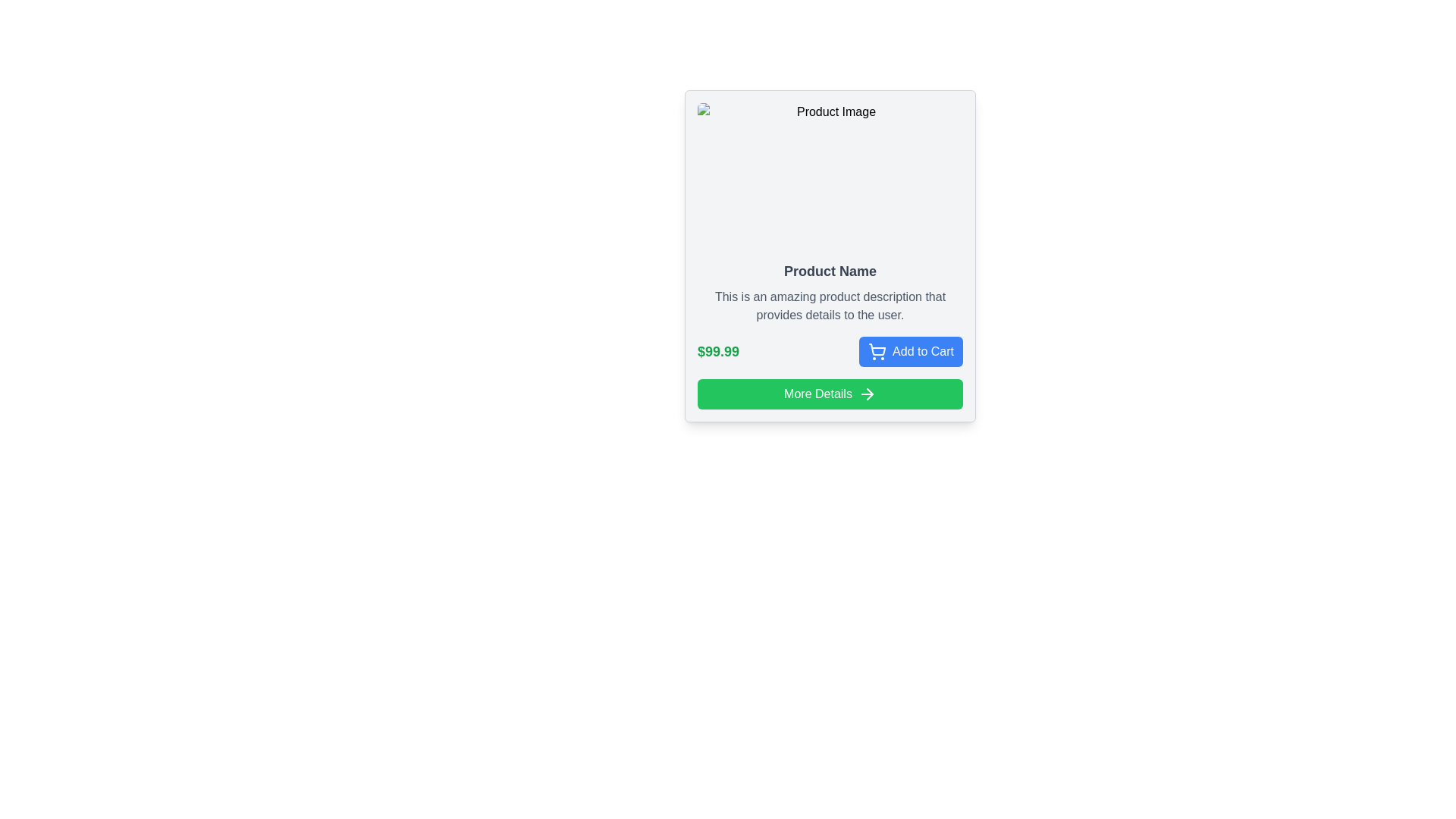  Describe the element at coordinates (829, 271) in the screenshot. I see `the Header text element located in the product card layout, positioned between the Product Image and product description, centered horizontally` at that location.